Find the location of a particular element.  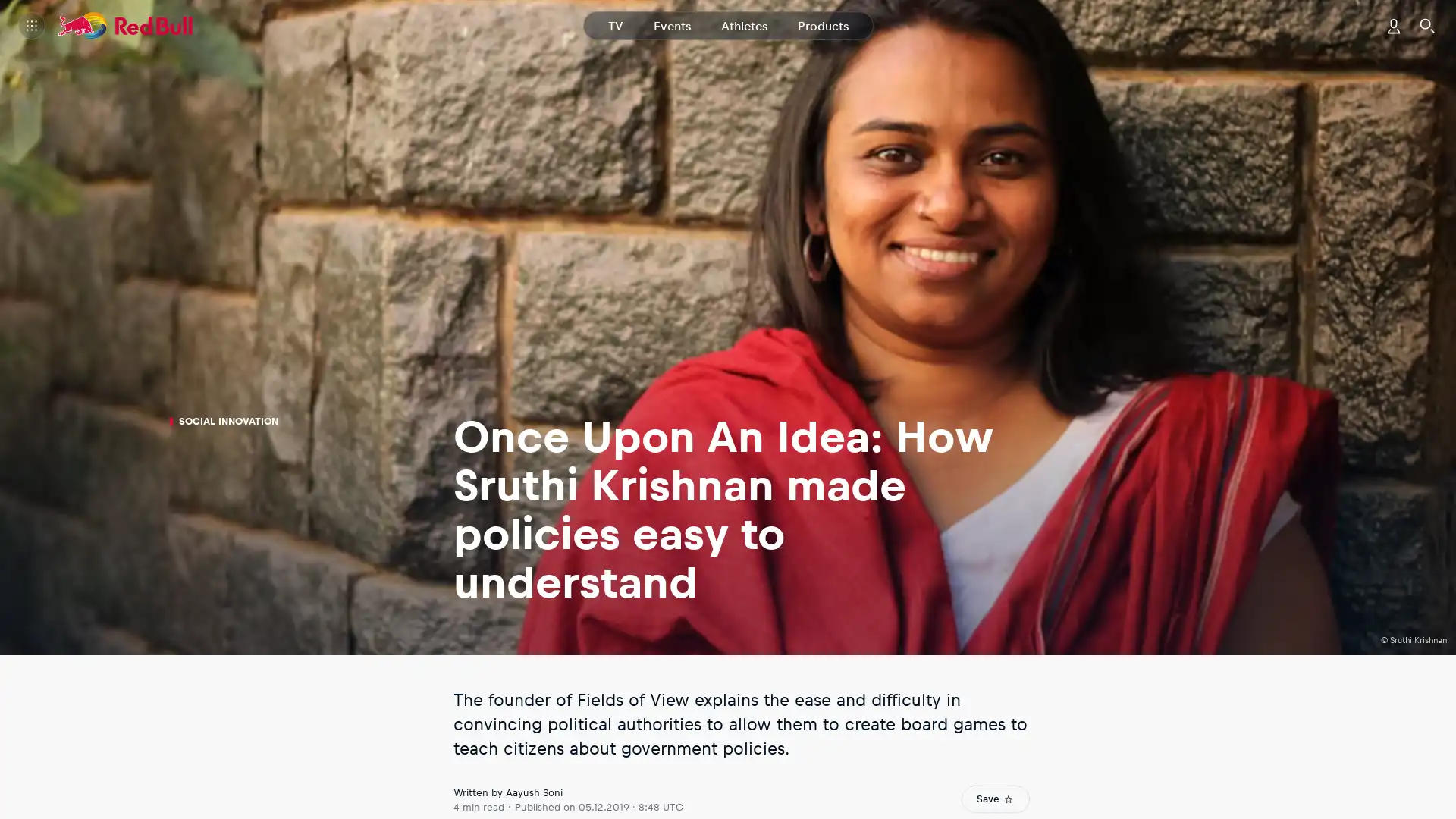

Reject All is located at coordinates (723, 253).